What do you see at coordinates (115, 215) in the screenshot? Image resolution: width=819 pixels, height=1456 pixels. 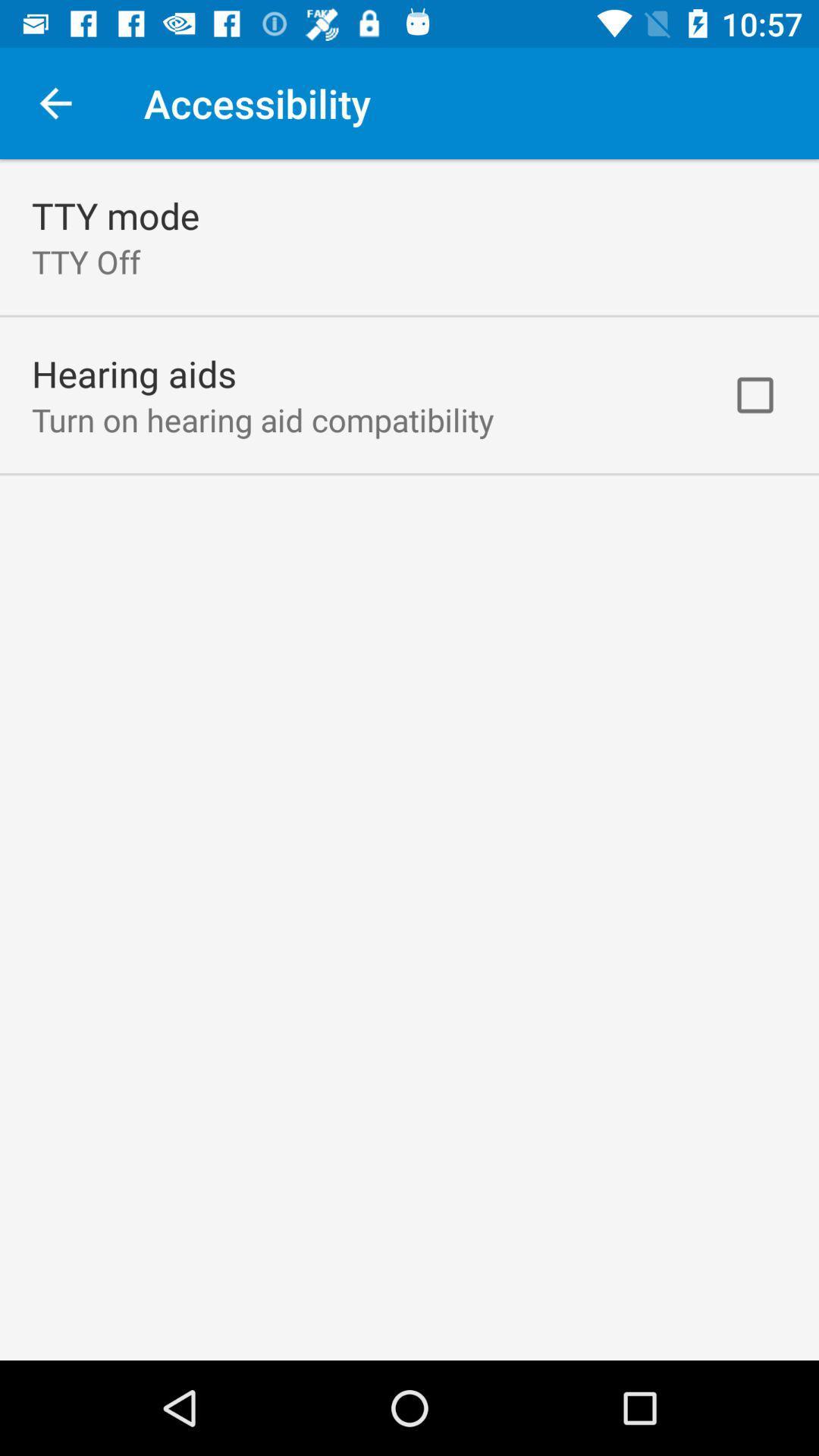 I see `tty mode` at bounding box center [115, 215].